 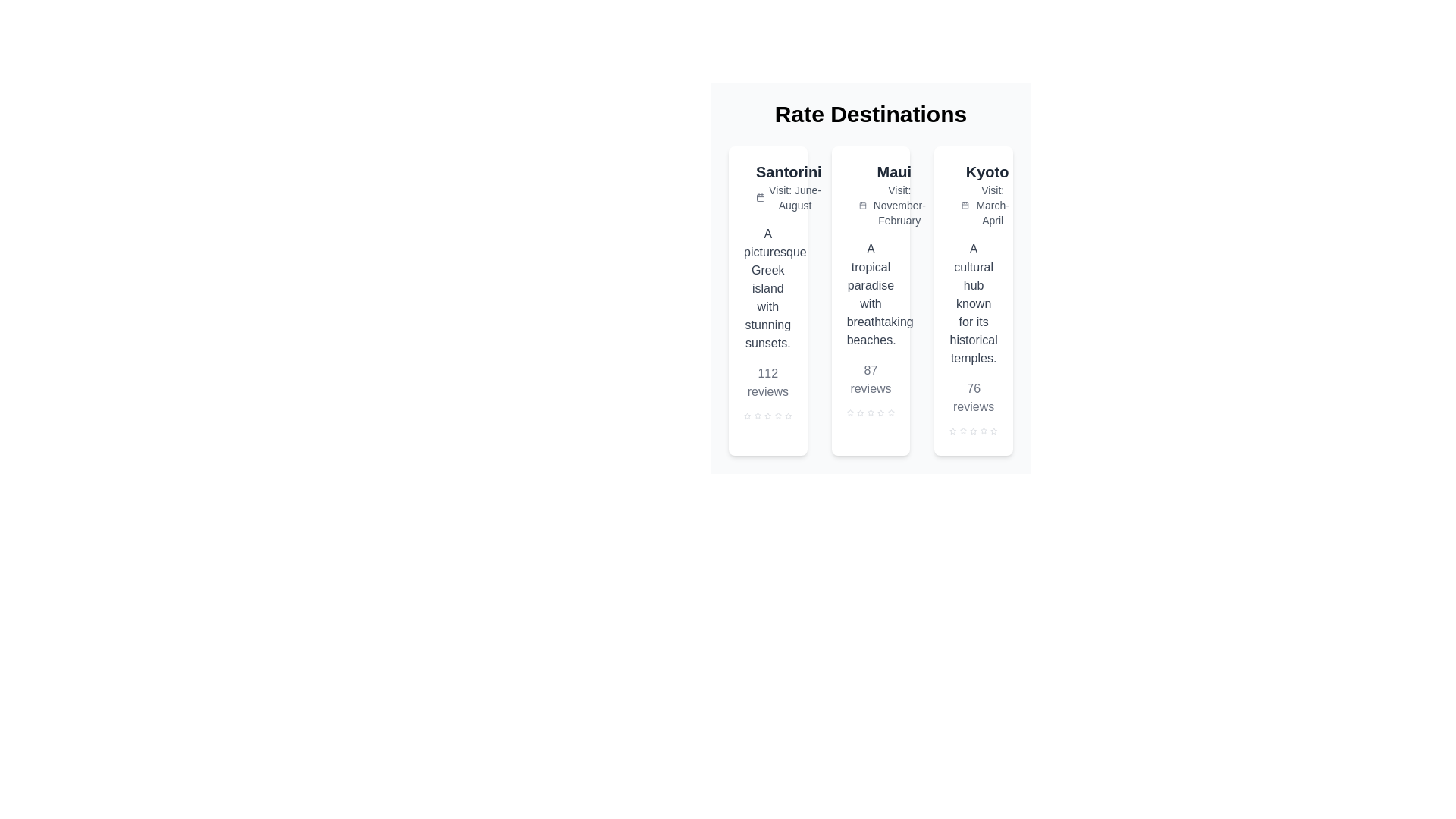 What do you see at coordinates (871, 413) in the screenshot?
I see `the fourth star in the horizontal row of rating stars for 'Maui' in the 'Rate Destinations' section` at bounding box center [871, 413].